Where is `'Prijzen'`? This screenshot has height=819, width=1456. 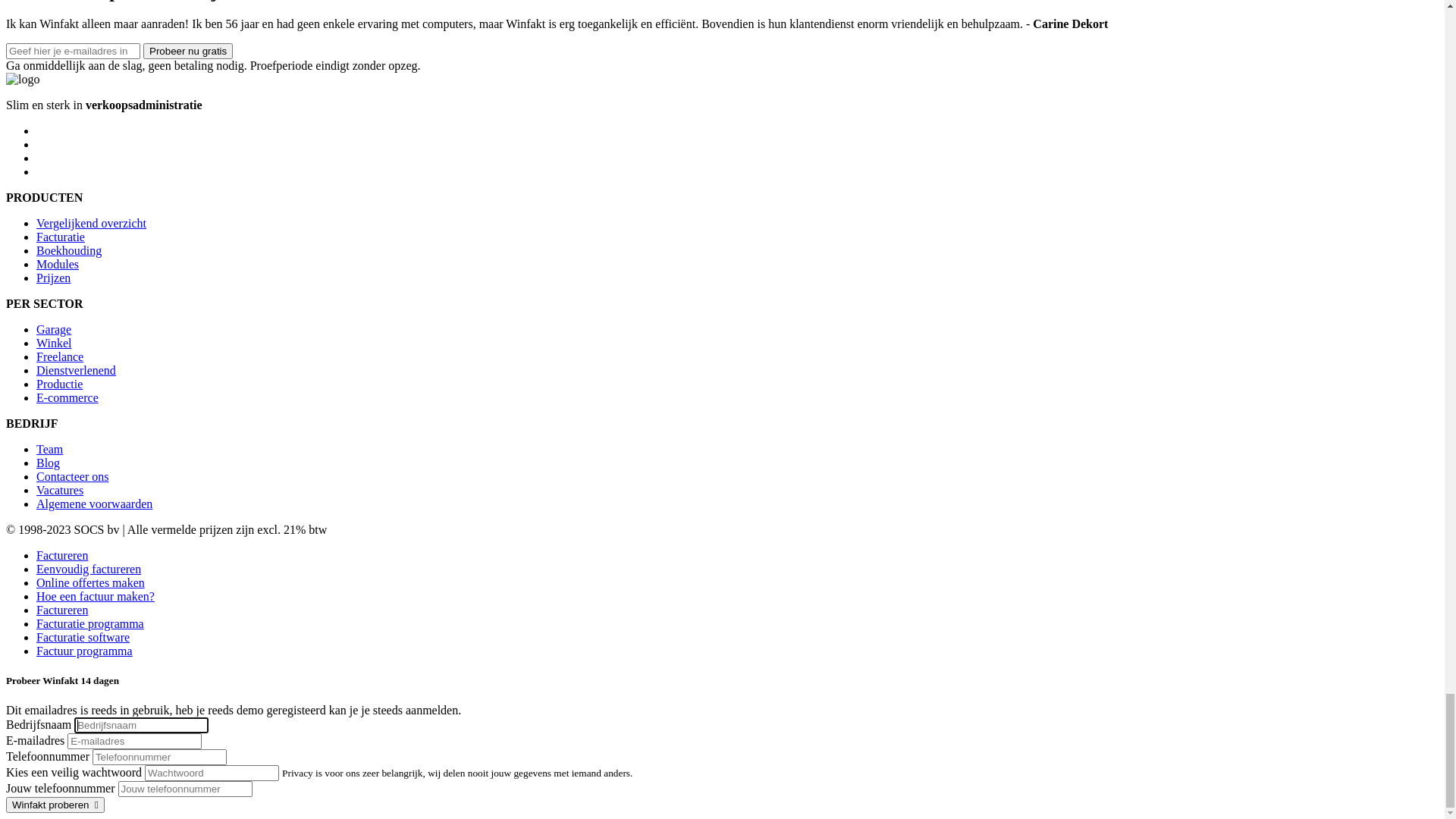 'Prijzen' is located at coordinates (53, 302).